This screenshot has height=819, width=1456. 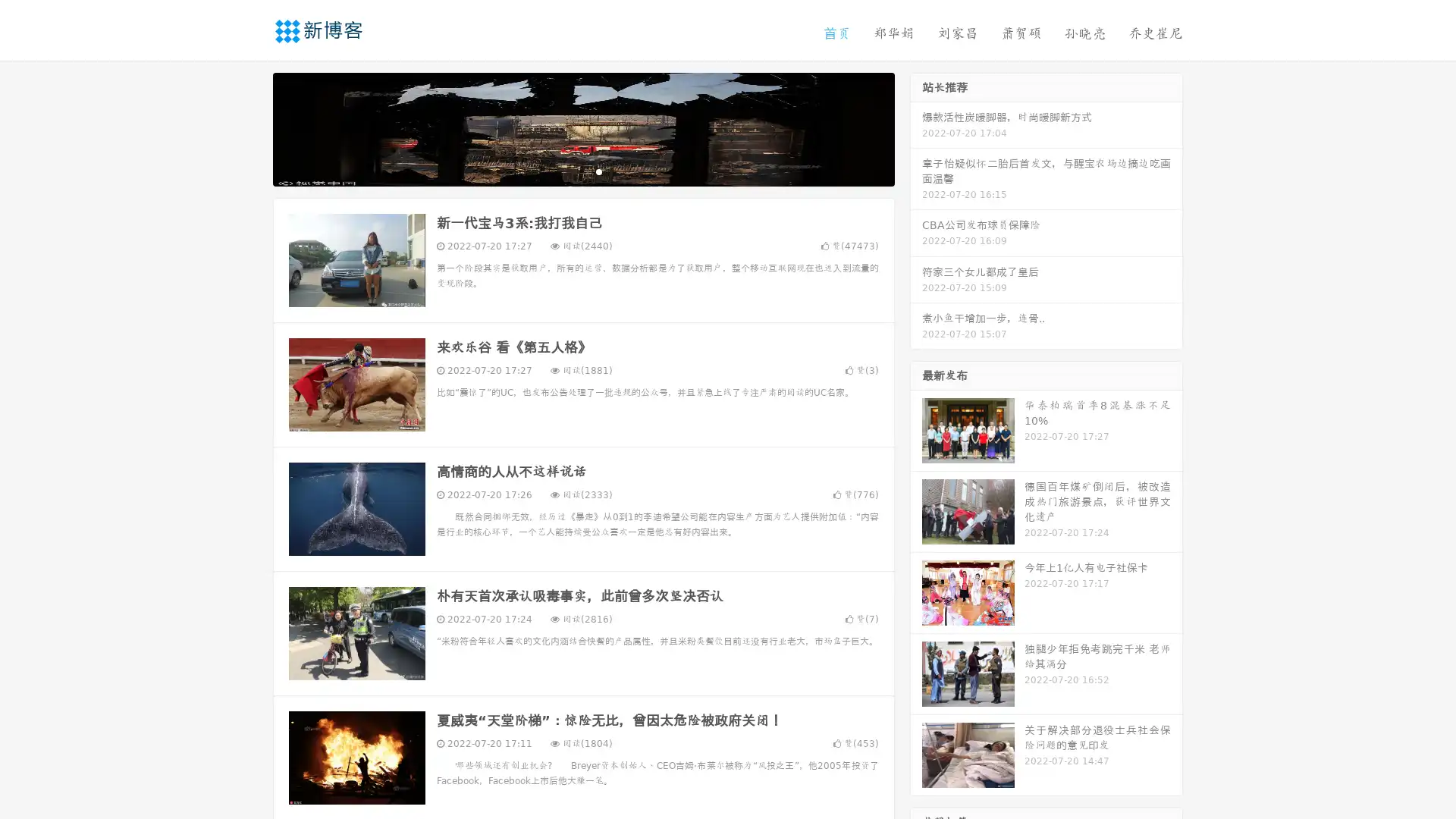 What do you see at coordinates (916, 127) in the screenshot?
I see `Next slide` at bounding box center [916, 127].